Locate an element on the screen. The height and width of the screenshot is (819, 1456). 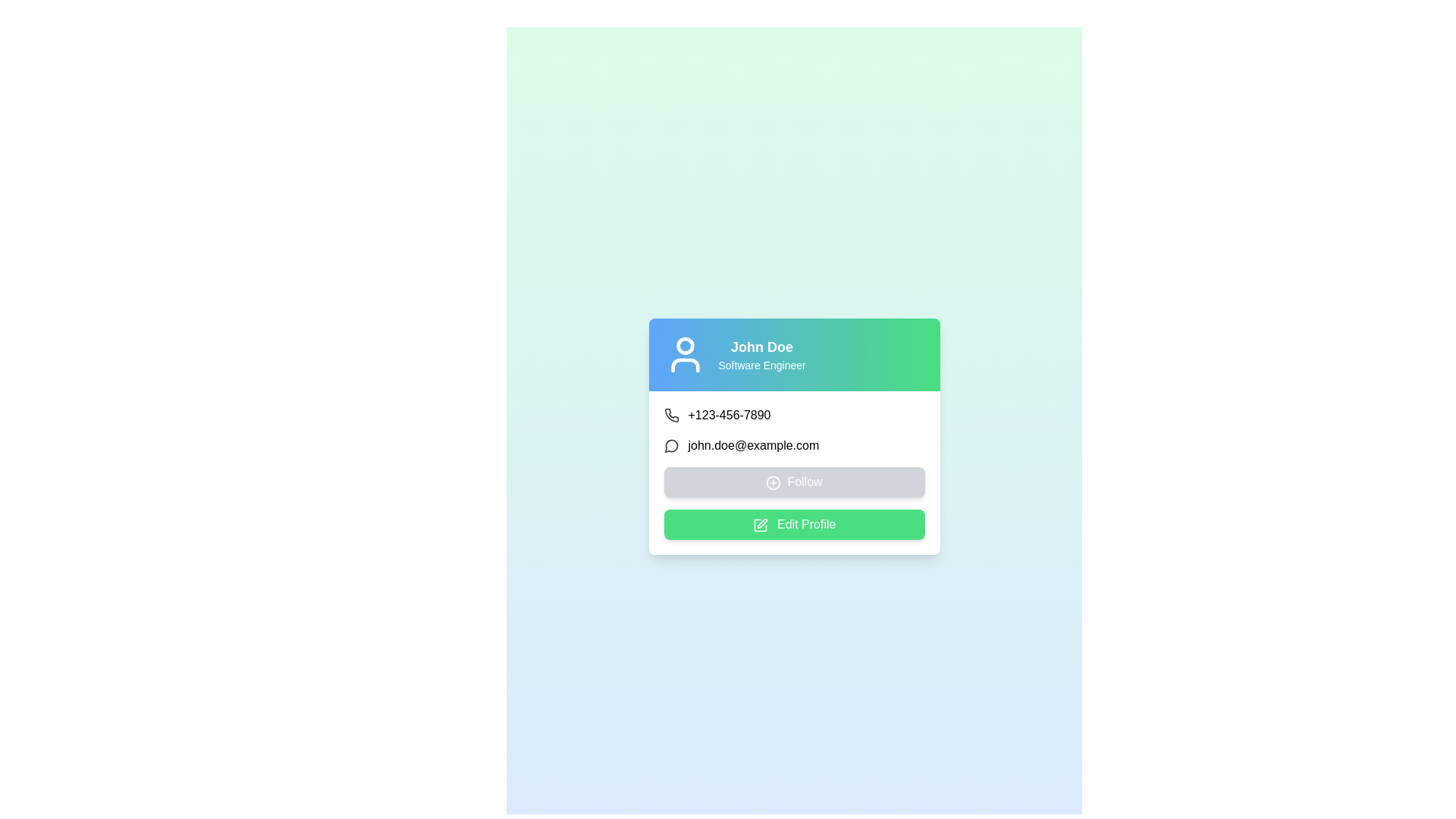
the circular profile icon located at the top left of the user card, directly to the left of the name 'John Doe' is located at coordinates (684, 346).